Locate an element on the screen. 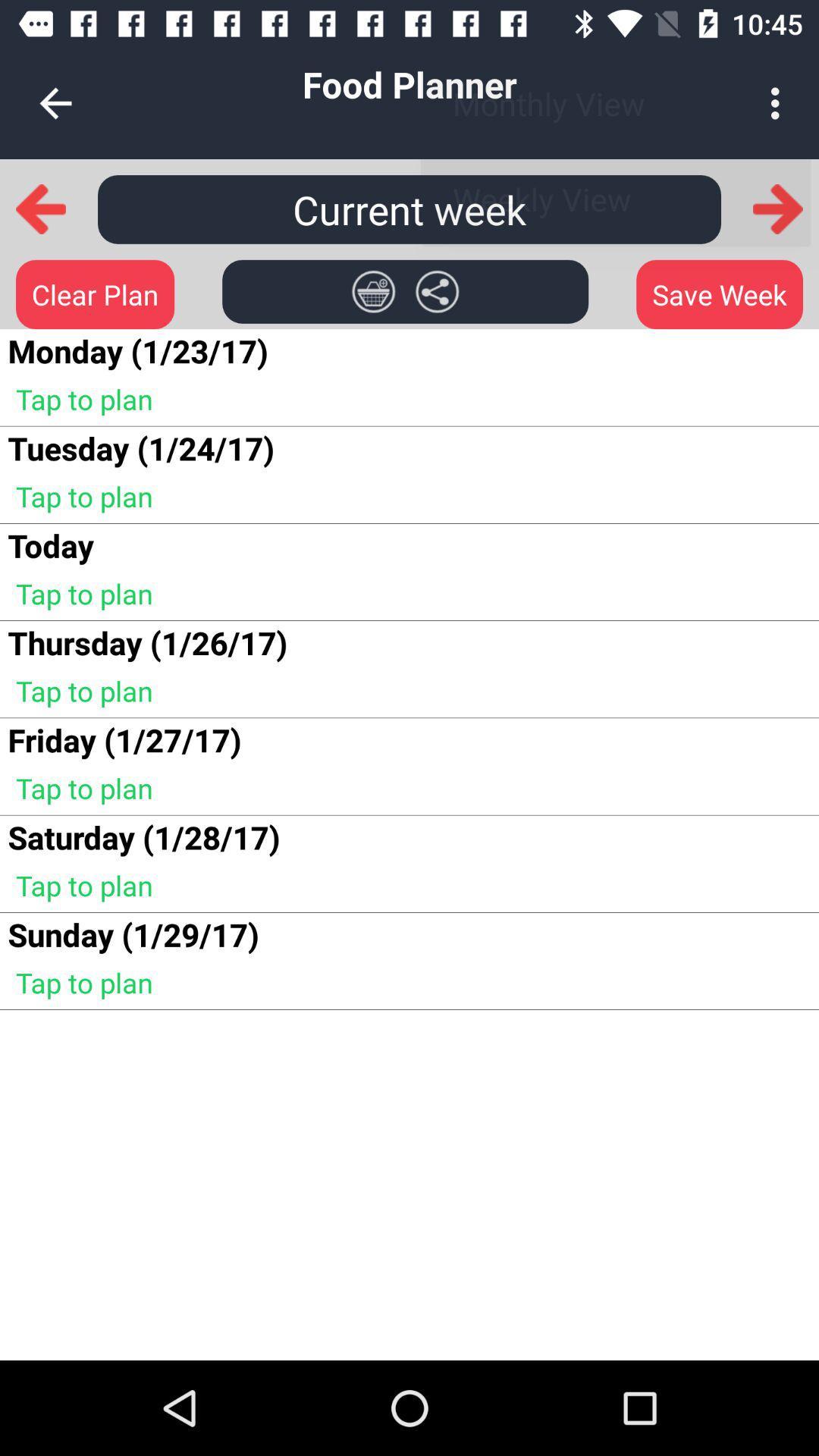  icon next to the food planner icon is located at coordinates (55, 102).